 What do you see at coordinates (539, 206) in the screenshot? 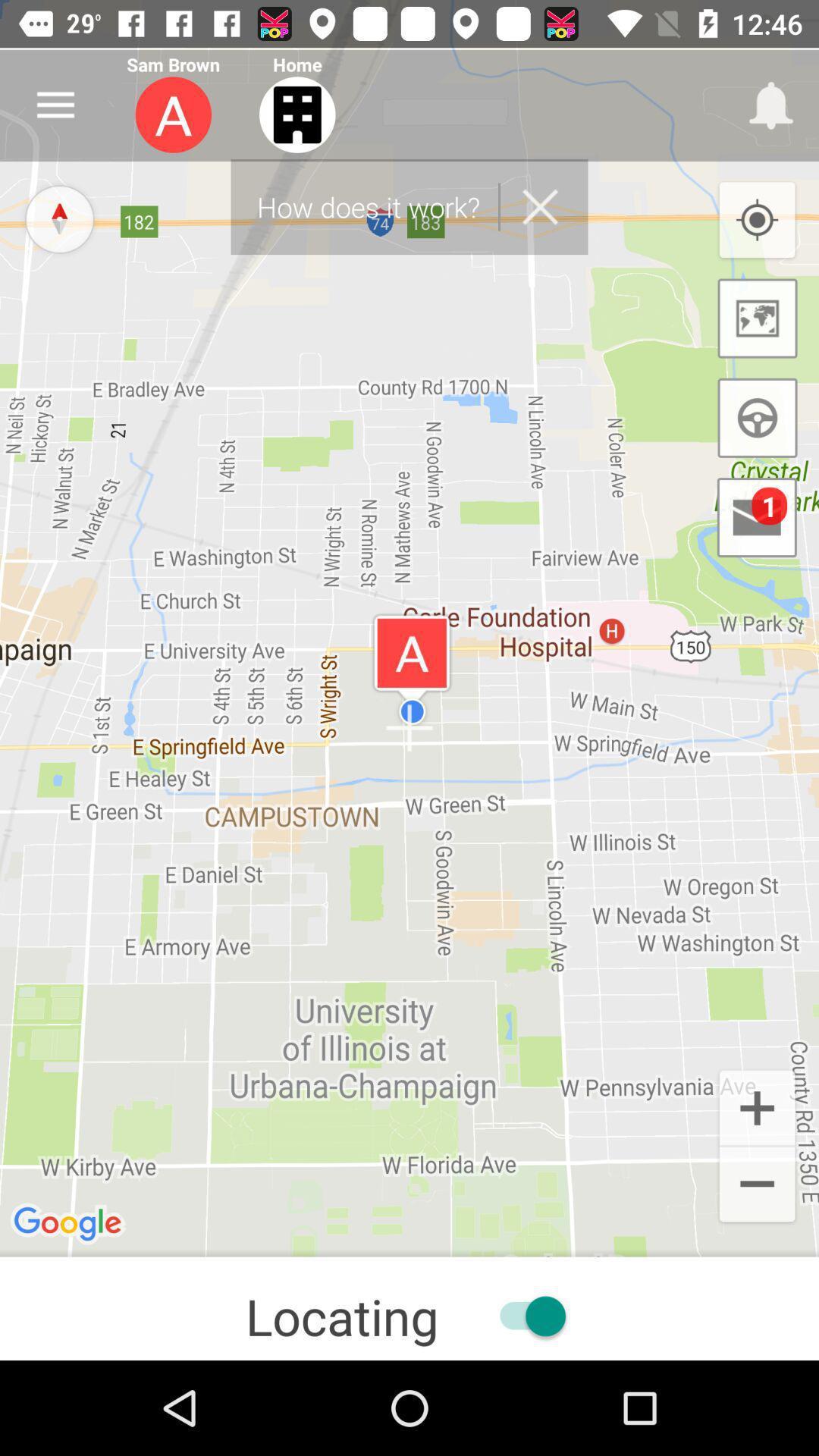
I see `the close icon` at bounding box center [539, 206].